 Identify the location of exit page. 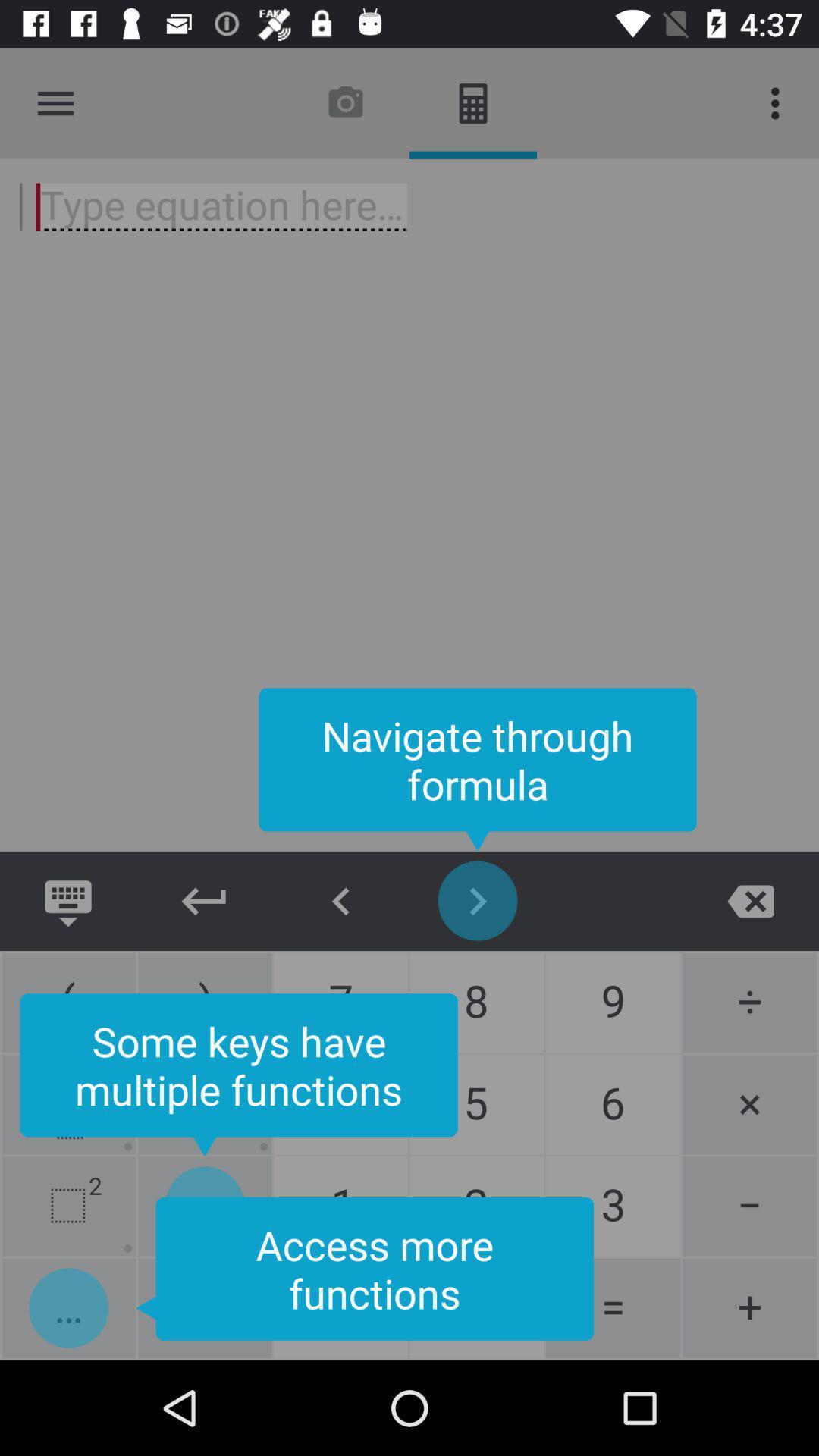
(751, 901).